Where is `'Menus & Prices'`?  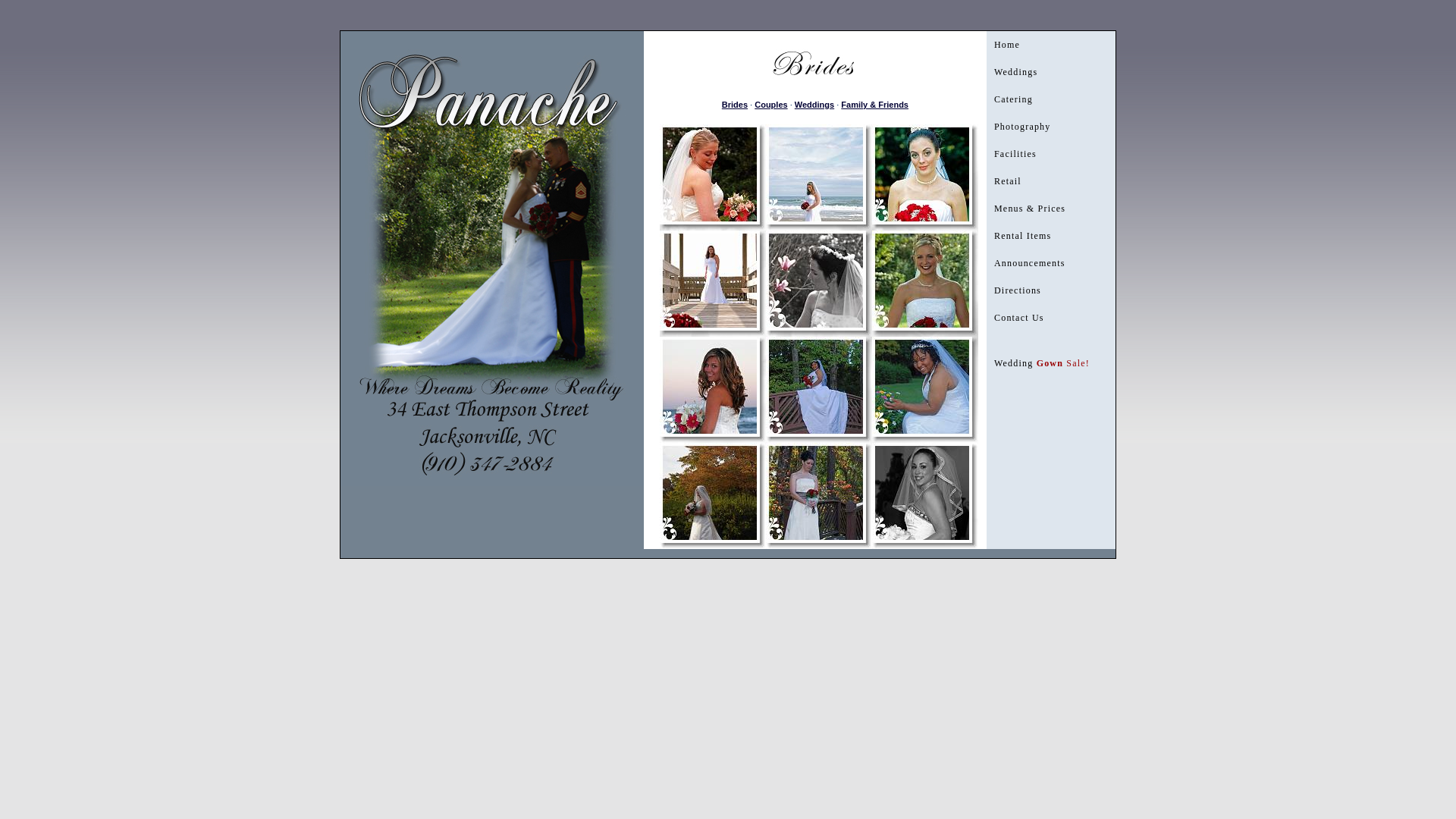
'Menus & Prices' is located at coordinates (1050, 208).